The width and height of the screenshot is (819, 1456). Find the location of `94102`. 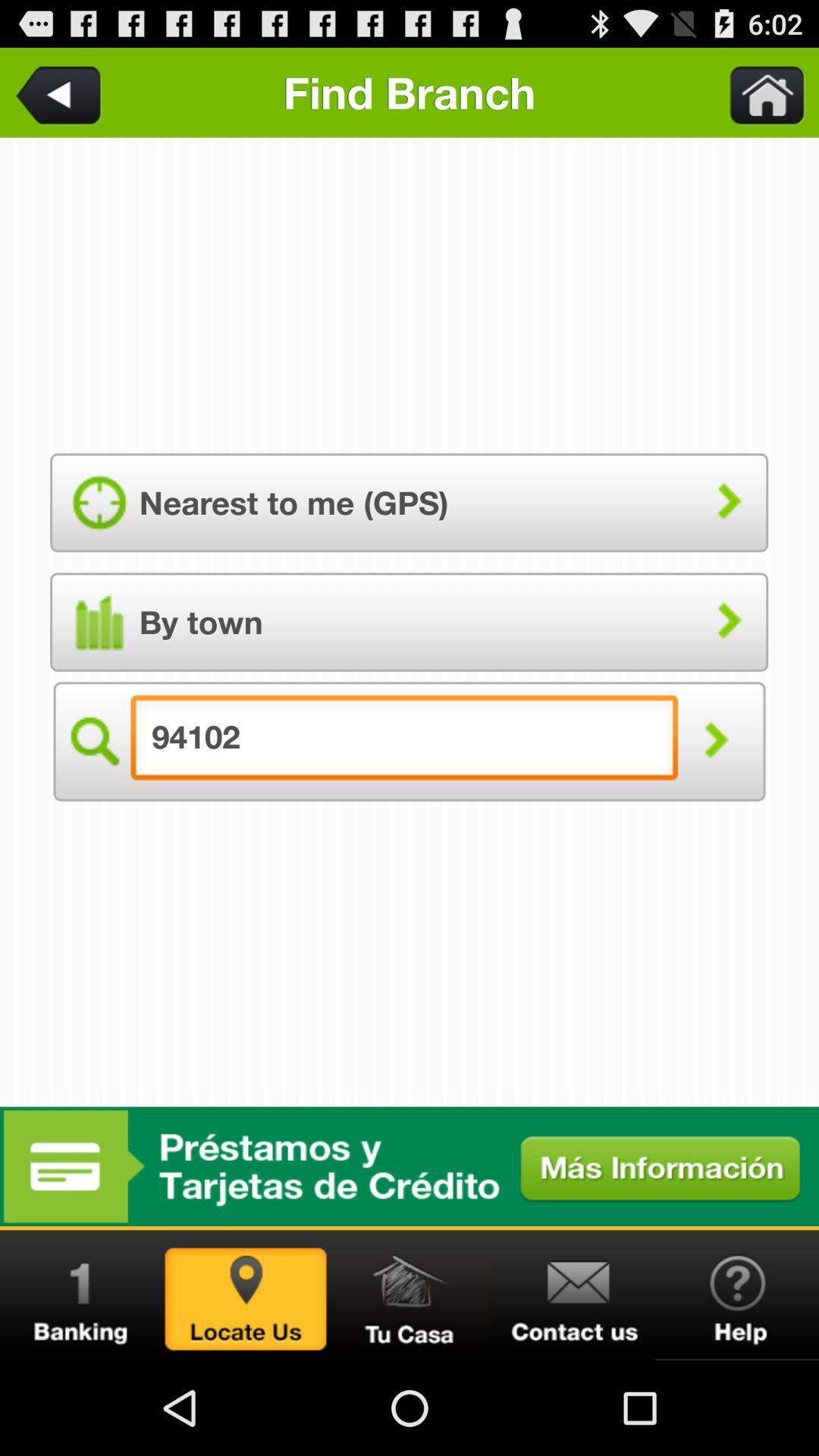

94102 is located at coordinates (409, 1294).